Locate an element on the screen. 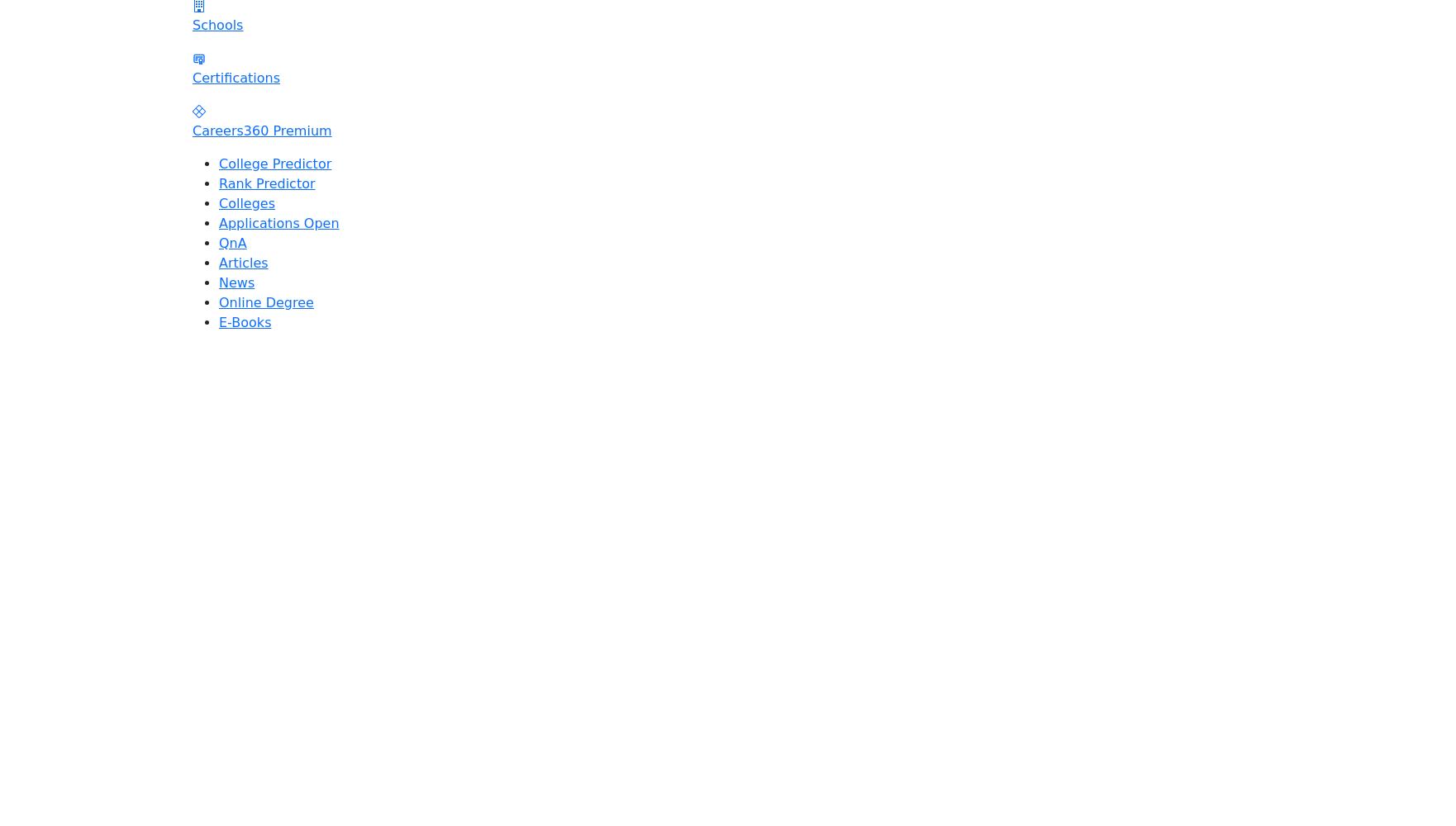 The width and height of the screenshot is (1456, 826). 'Applications Open' is located at coordinates (278, 222).